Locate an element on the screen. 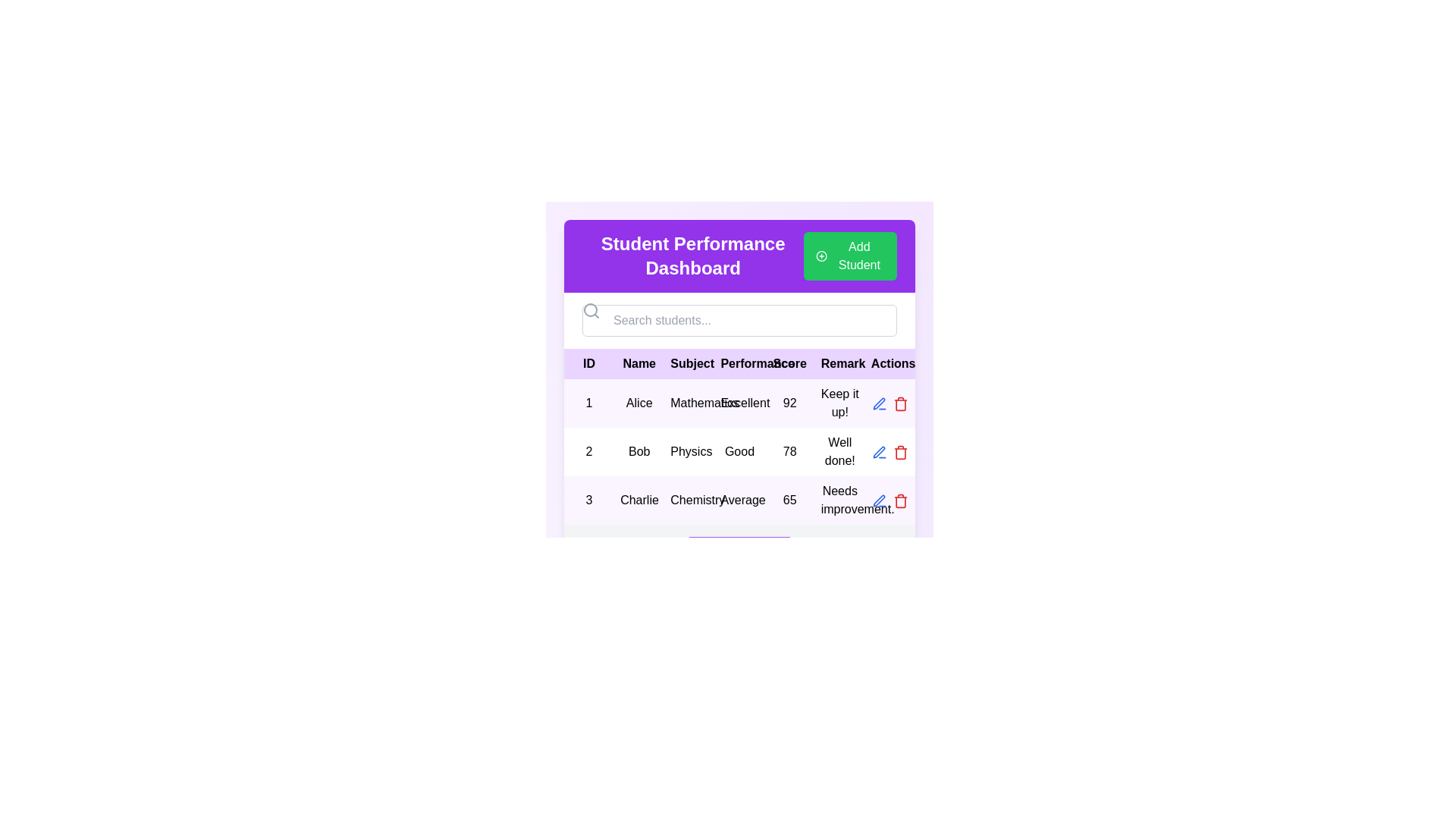 The height and width of the screenshot is (819, 1456). text content of the static label displaying 'Bob's performance rating in Physics', located in the second row of the table under the 'Performance' column is located at coordinates (739, 451).